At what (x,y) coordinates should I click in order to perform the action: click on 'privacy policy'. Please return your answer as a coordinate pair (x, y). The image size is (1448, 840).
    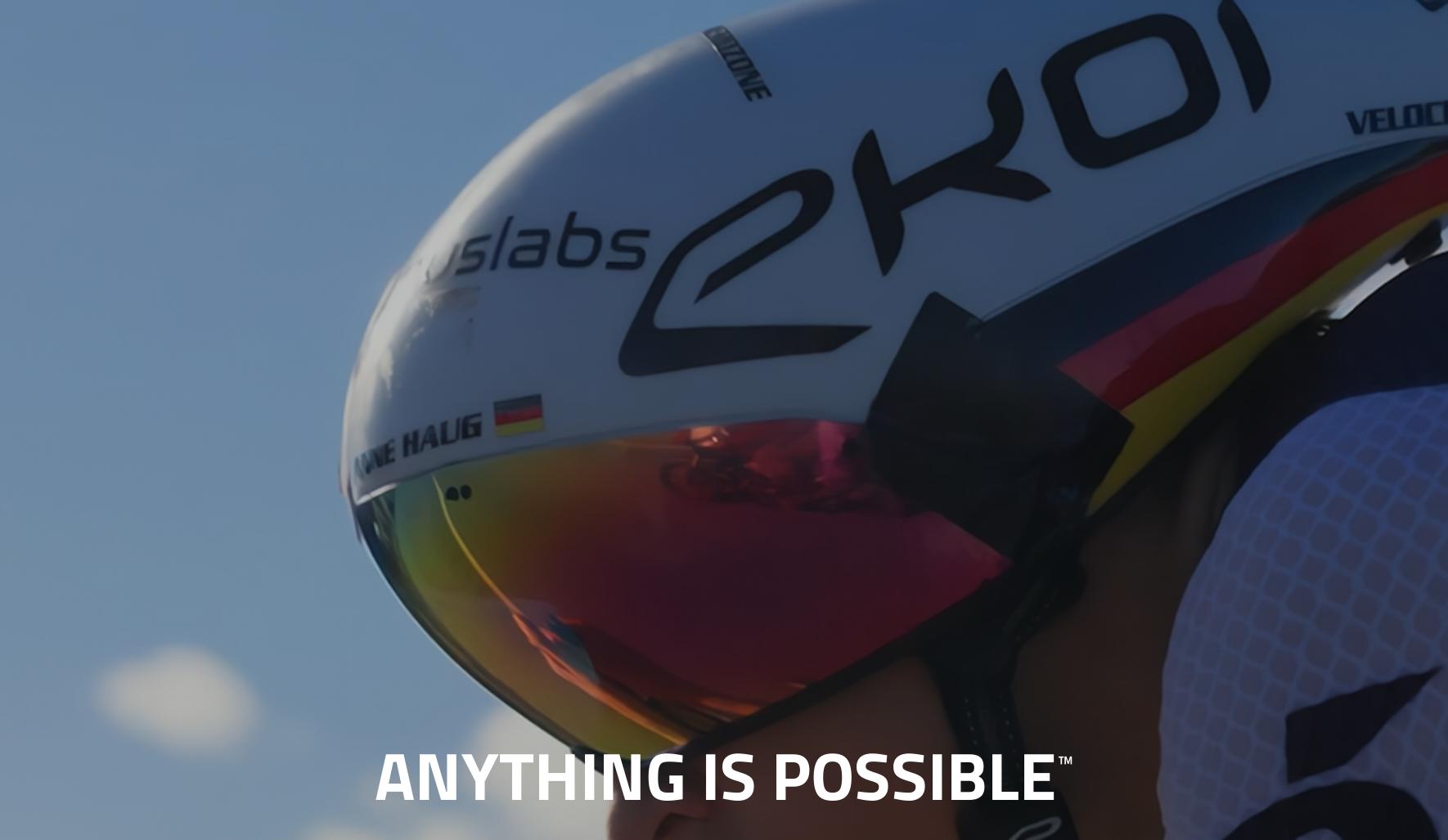
    Looking at the image, I should click on (789, 490).